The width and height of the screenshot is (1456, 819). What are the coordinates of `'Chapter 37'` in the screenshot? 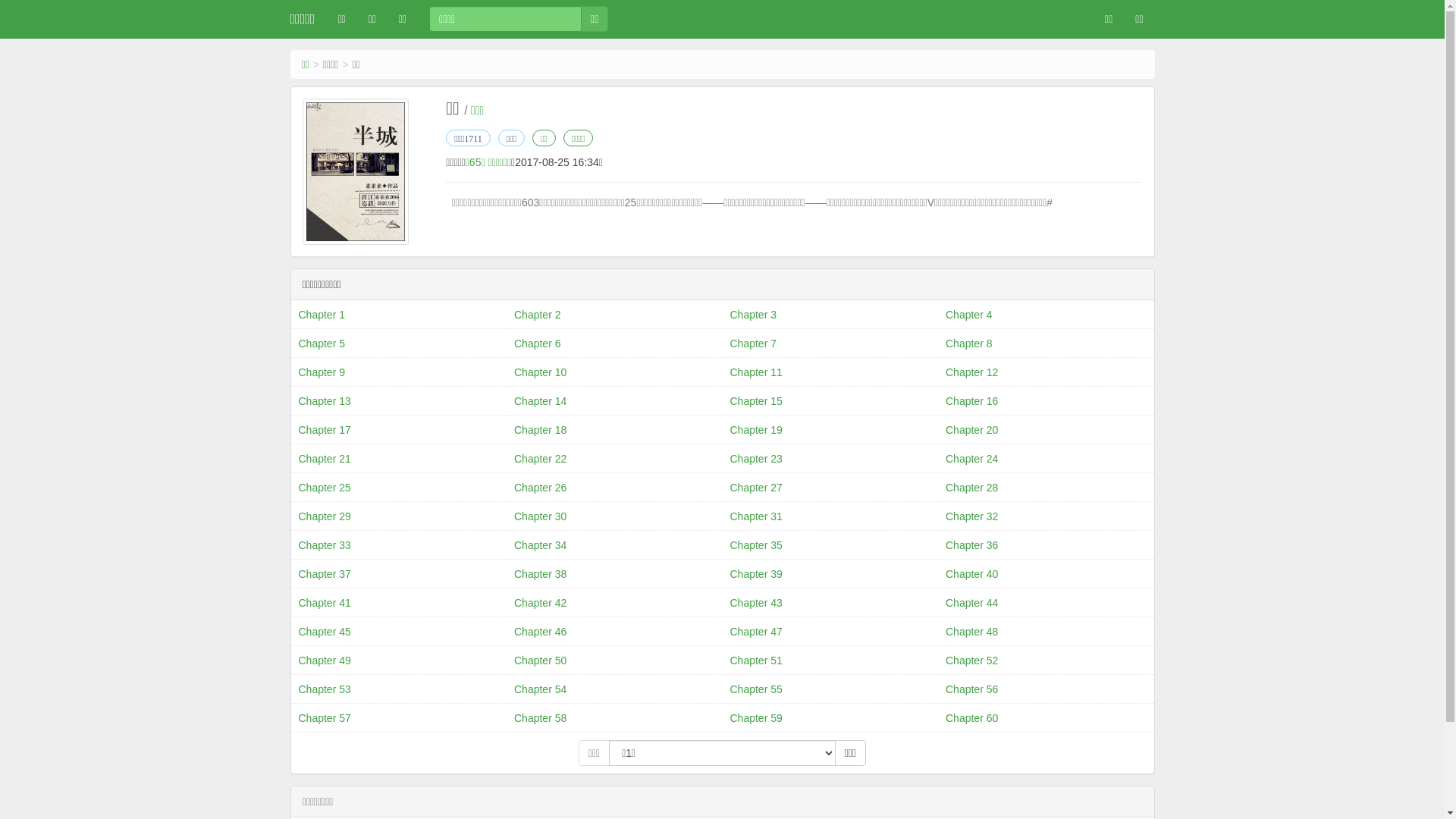 It's located at (298, 573).